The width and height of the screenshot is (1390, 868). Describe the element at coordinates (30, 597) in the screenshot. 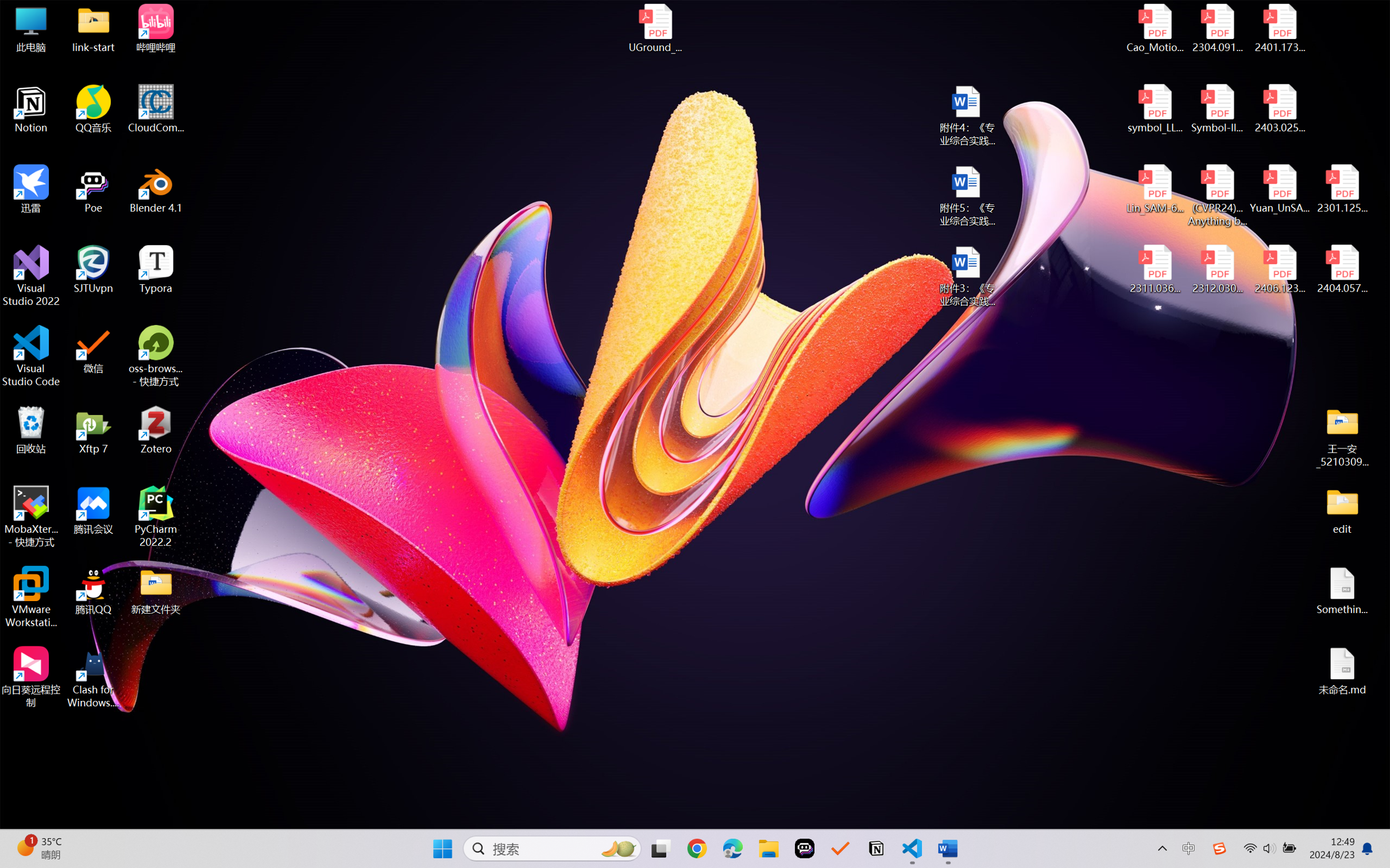

I see `'VMware Workstation Pro'` at that location.